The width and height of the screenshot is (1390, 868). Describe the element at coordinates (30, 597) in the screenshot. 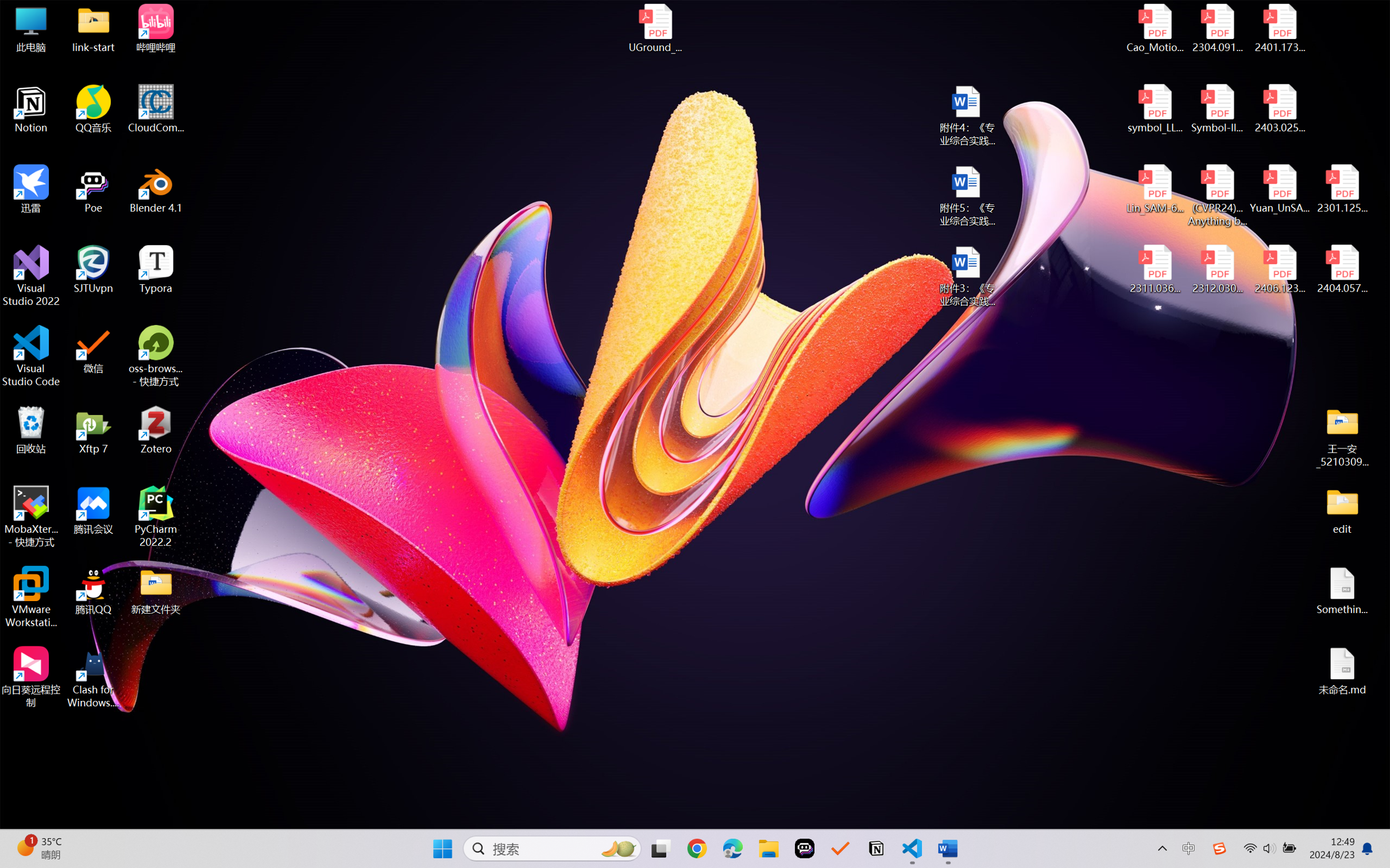

I see `'VMware Workstation Pro'` at that location.